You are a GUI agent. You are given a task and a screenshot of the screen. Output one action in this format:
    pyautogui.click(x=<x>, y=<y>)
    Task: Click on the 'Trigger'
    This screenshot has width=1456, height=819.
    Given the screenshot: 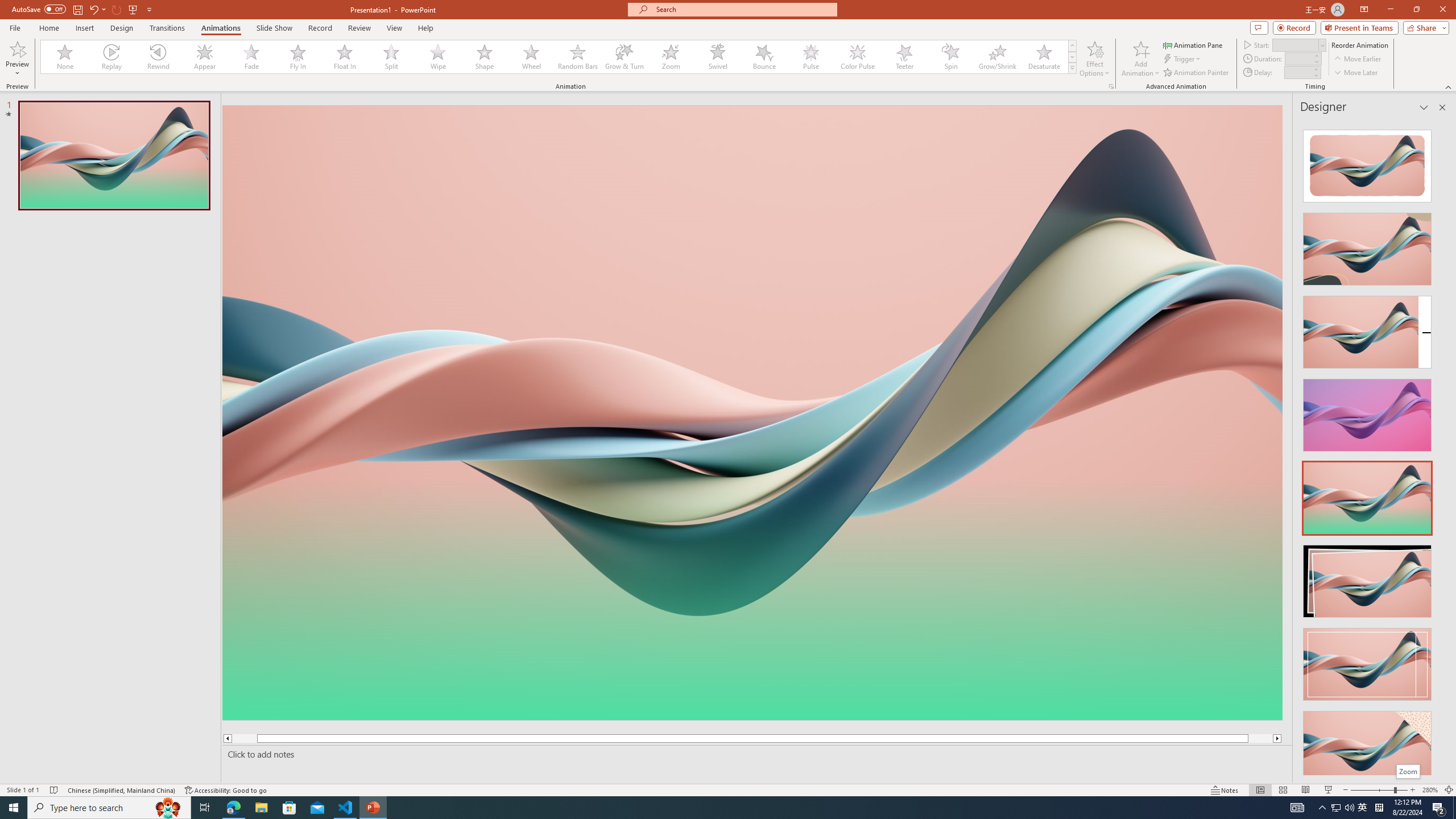 What is the action you would take?
    pyautogui.click(x=1182, y=59)
    